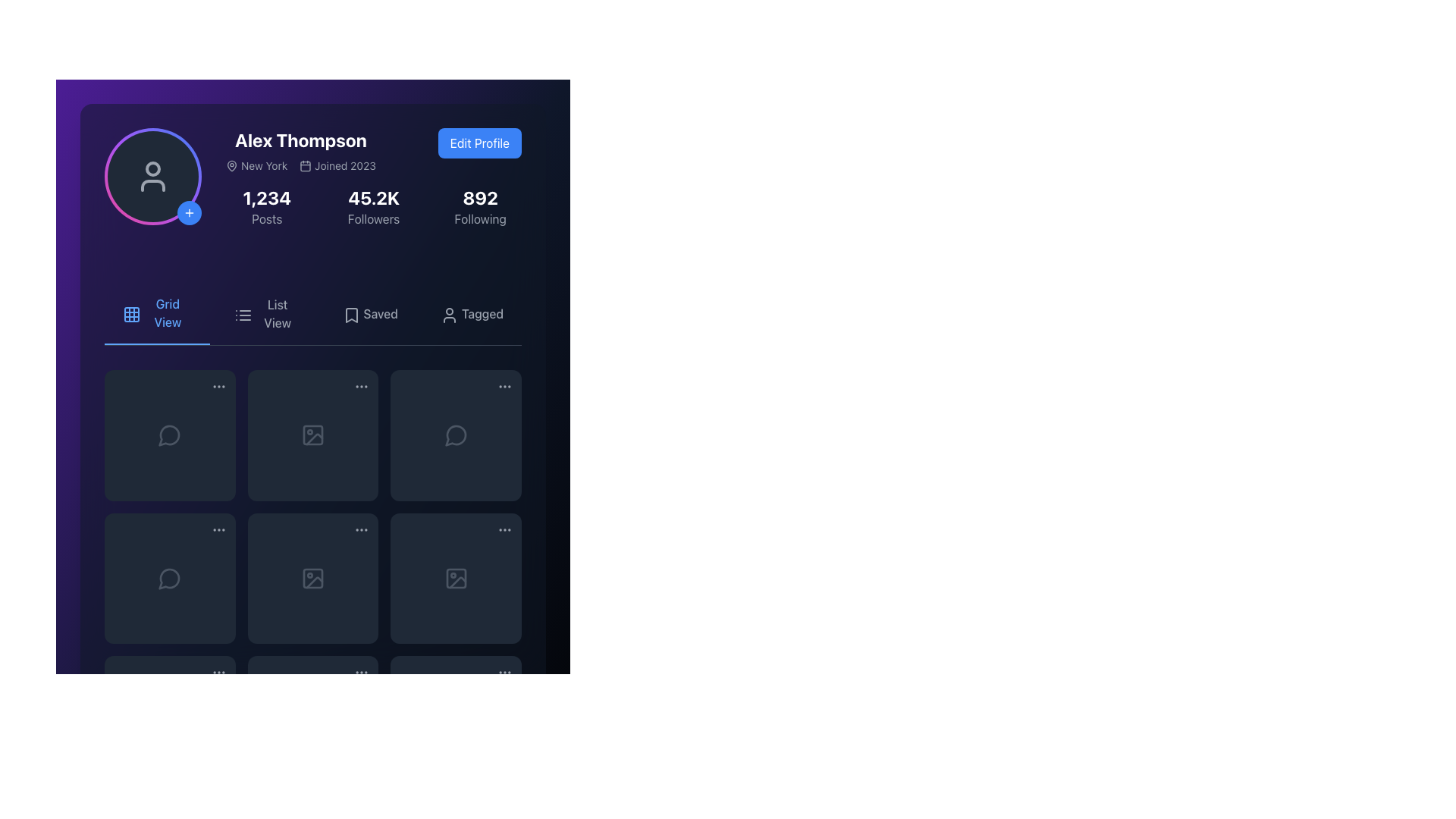  Describe the element at coordinates (170, 579) in the screenshot. I see `the chat icon button which is represented by a speech bubble icon, located in the second row, first column of a 3x3 grid layout` at that location.